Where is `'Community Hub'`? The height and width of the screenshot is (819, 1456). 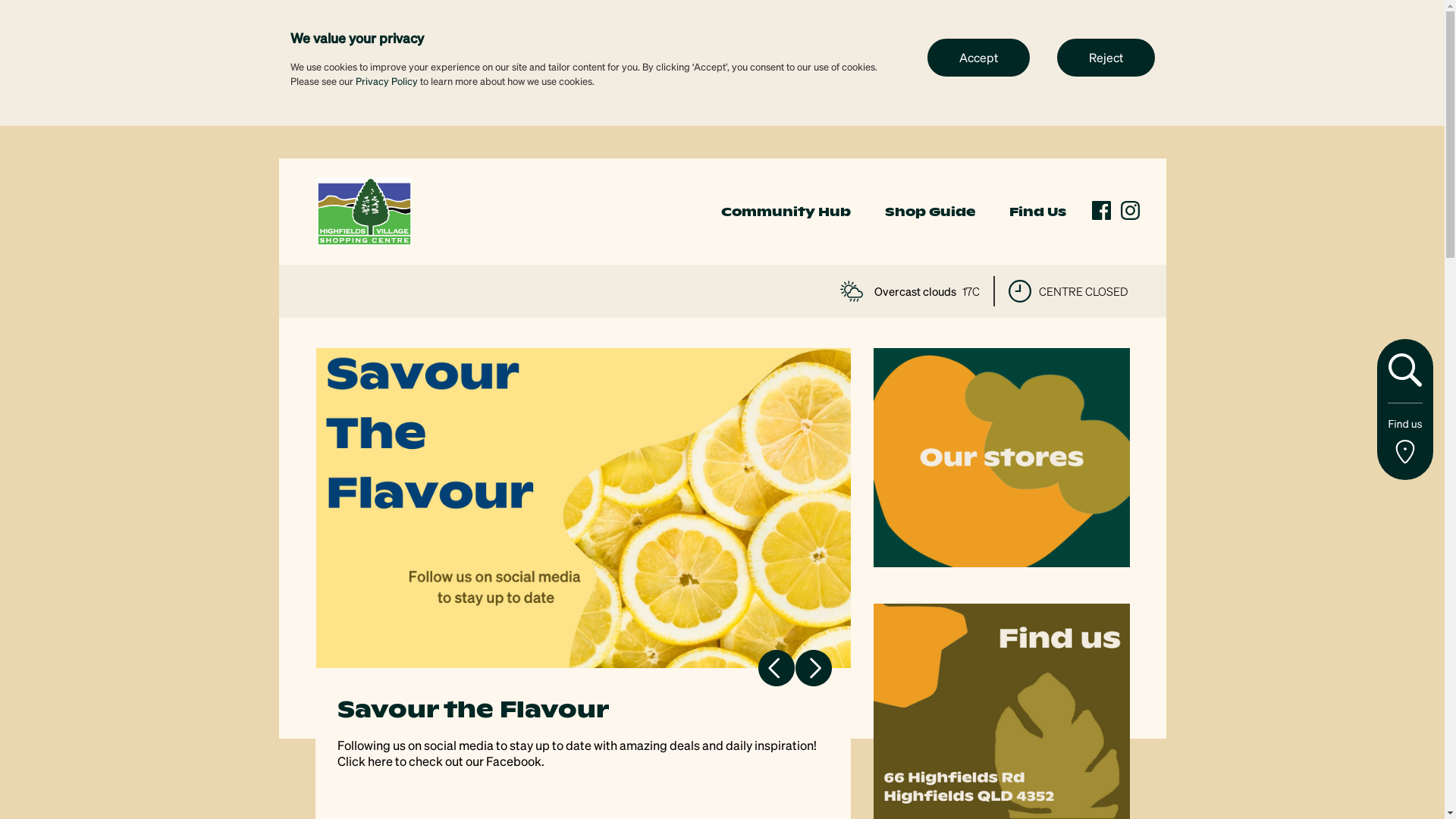 'Community Hub' is located at coordinates (720, 212).